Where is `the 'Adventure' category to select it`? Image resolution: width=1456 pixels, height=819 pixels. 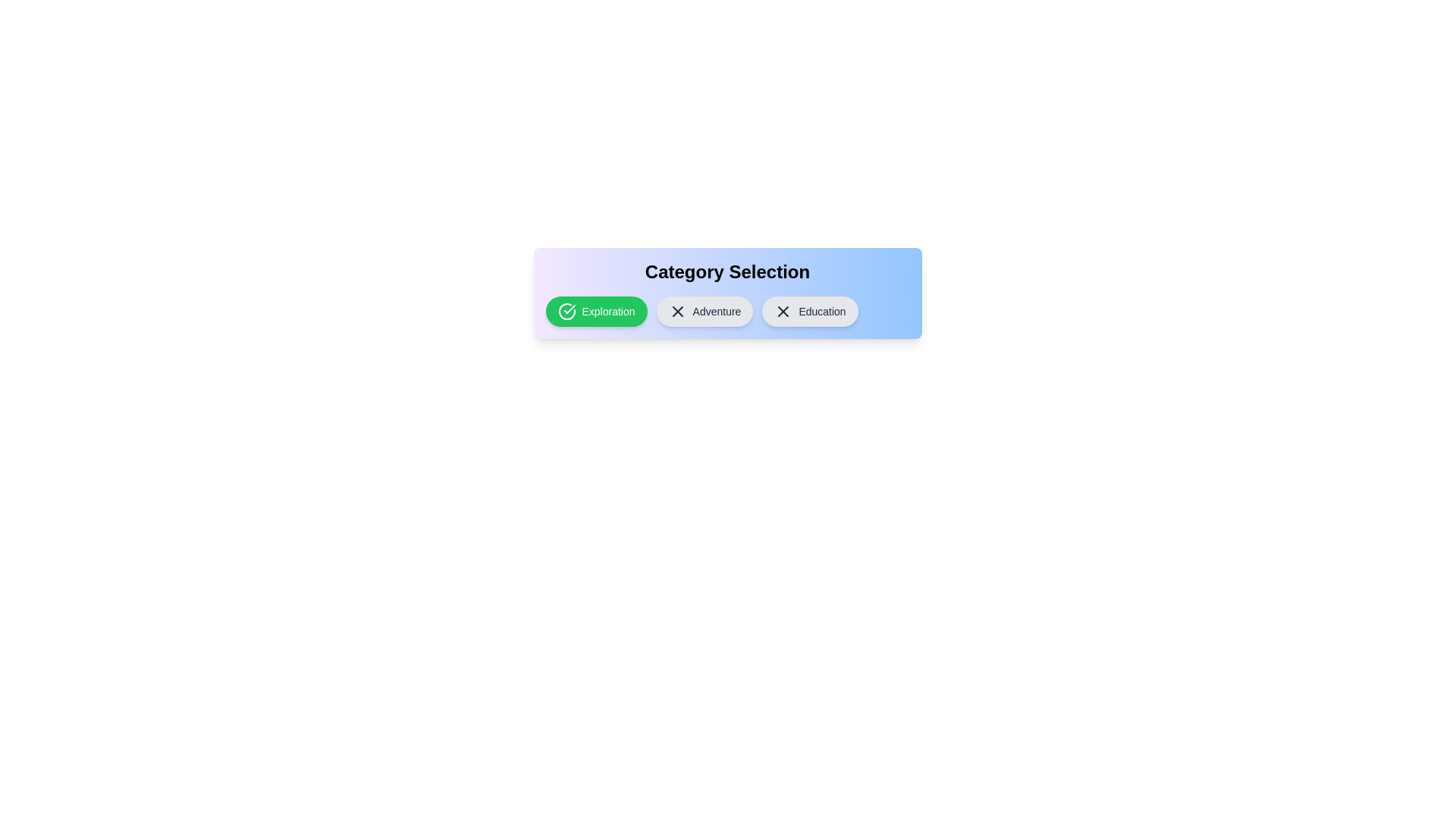 the 'Adventure' category to select it is located at coordinates (704, 311).